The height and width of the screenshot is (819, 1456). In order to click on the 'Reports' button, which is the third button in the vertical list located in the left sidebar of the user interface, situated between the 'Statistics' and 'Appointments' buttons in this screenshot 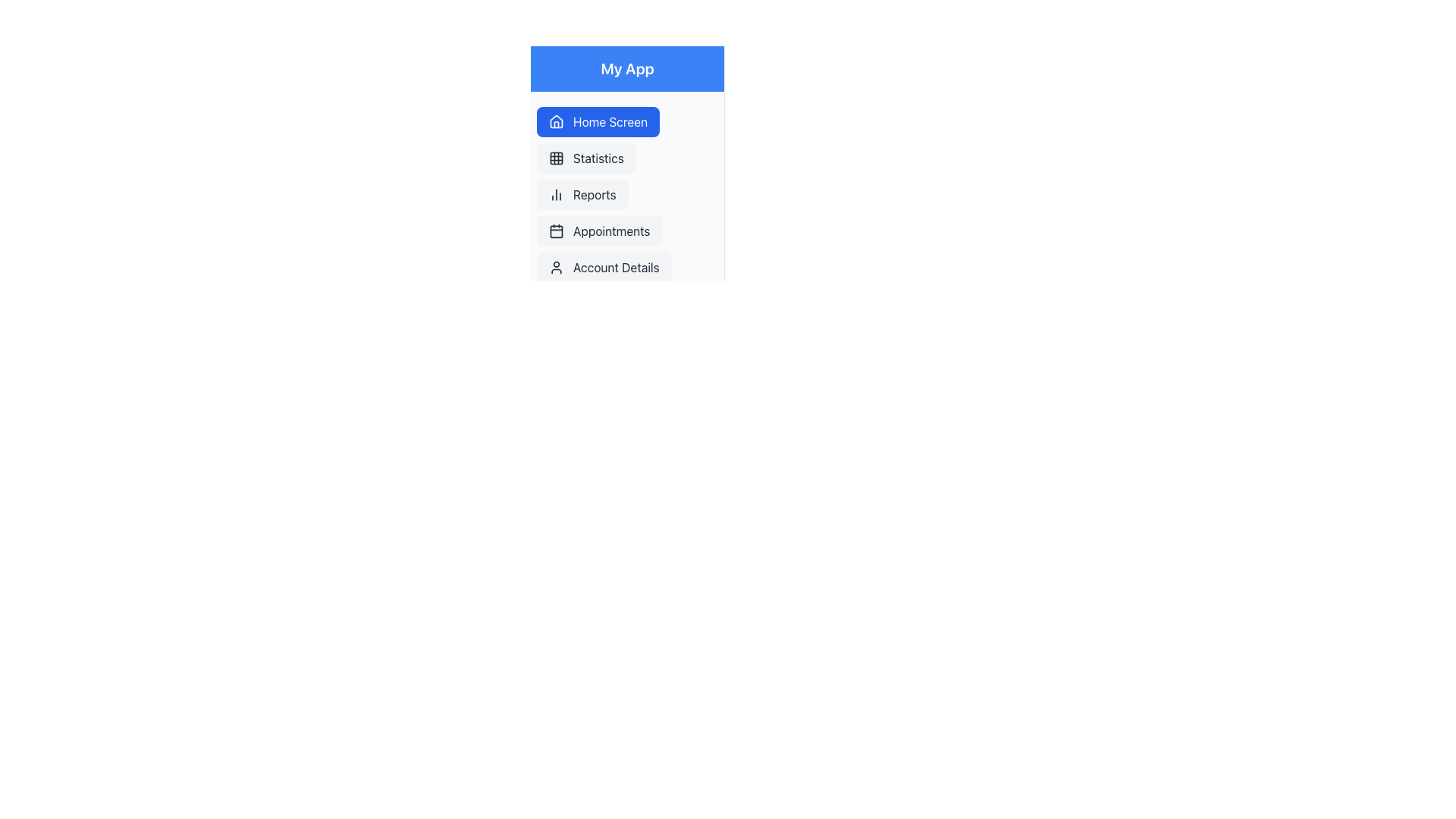, I will do `click(582, 194)`.